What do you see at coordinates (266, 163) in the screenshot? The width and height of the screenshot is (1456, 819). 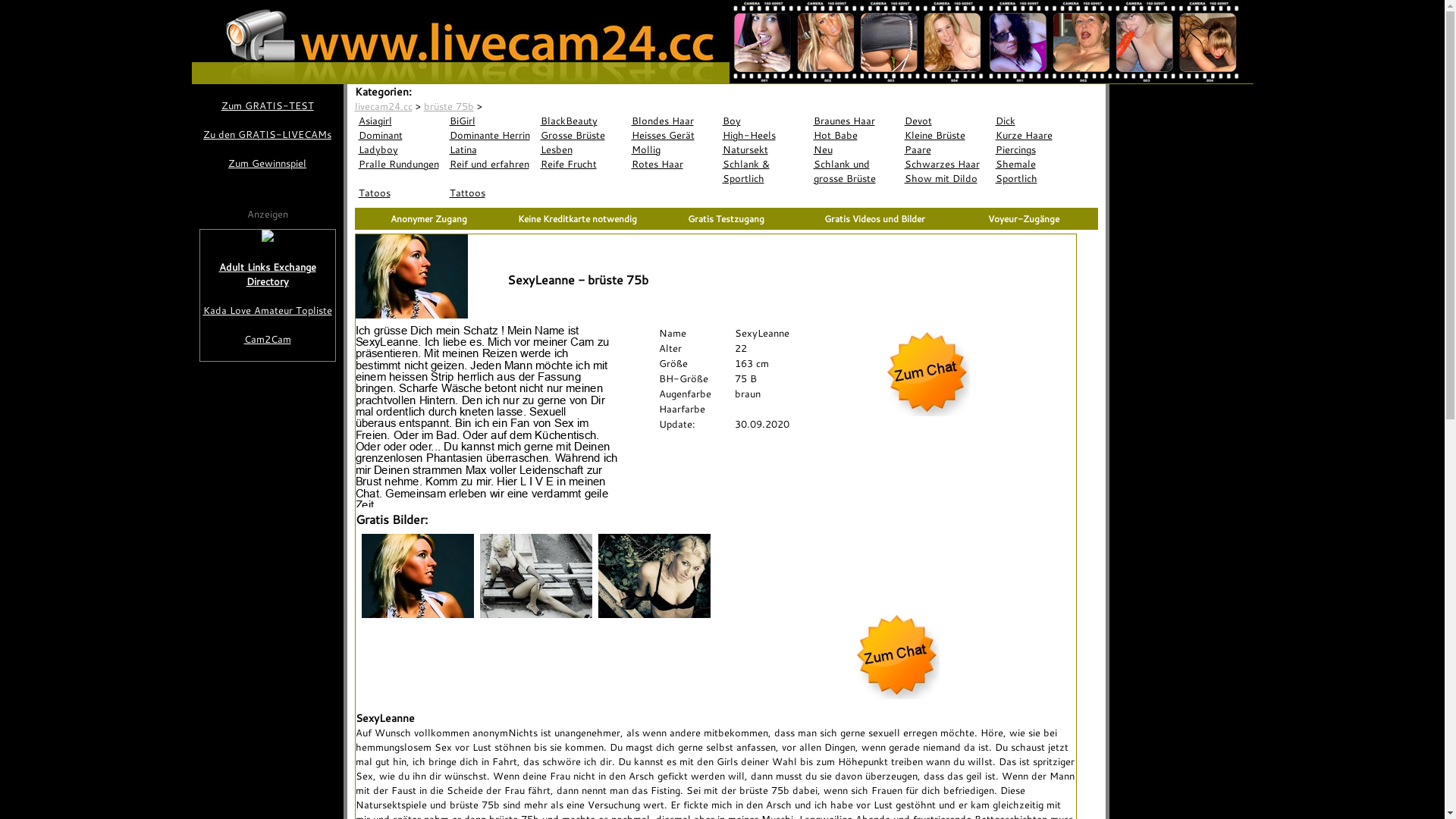 I see `'Zum Gewinnspiel'` at bounding box center [266, 163].